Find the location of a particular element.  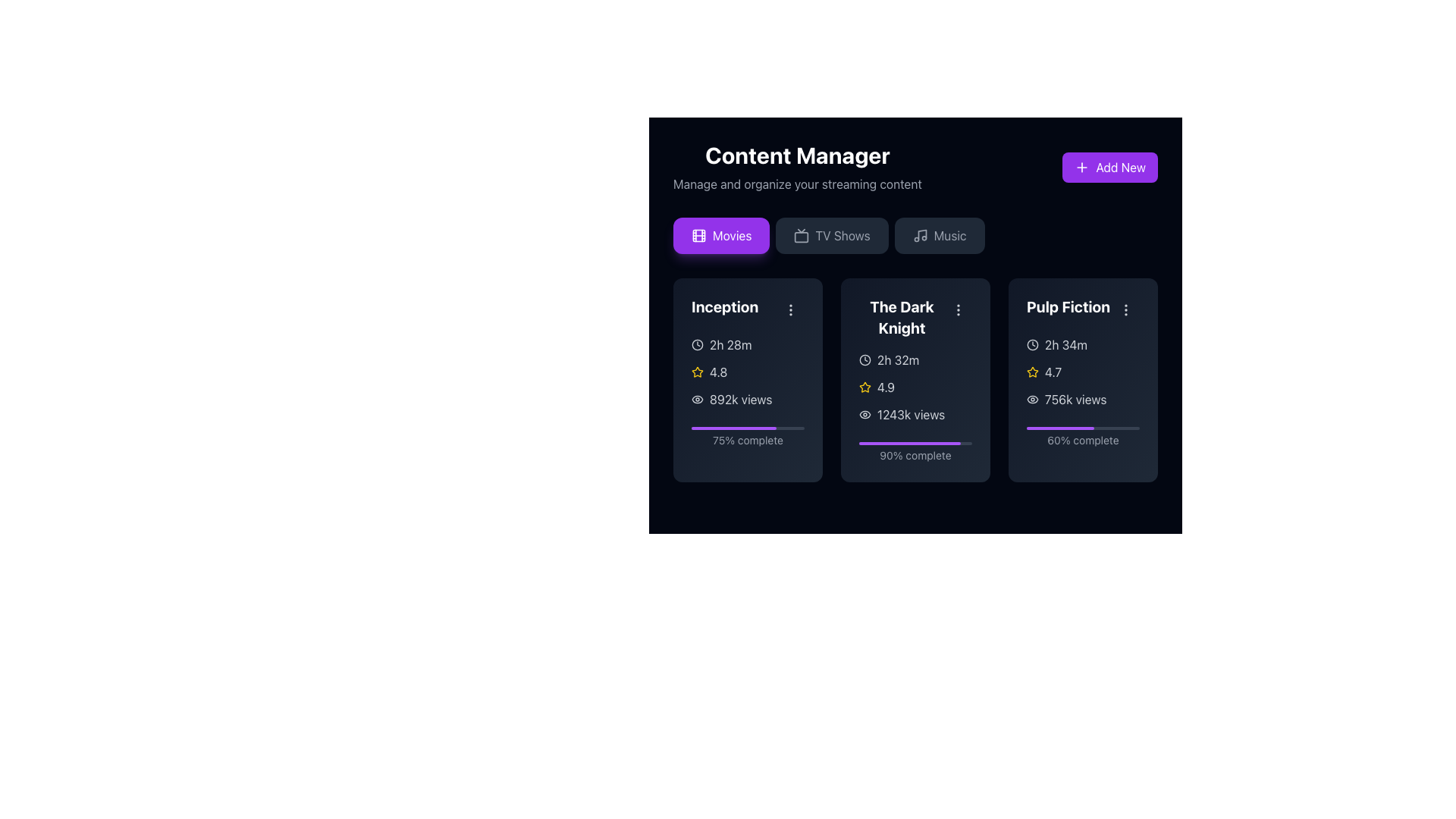

text element that displays the duration of the movie 'Inception', which is positioned to the right of a clock icon in the top-left area of the movie card is located at coordinates (730, 345).